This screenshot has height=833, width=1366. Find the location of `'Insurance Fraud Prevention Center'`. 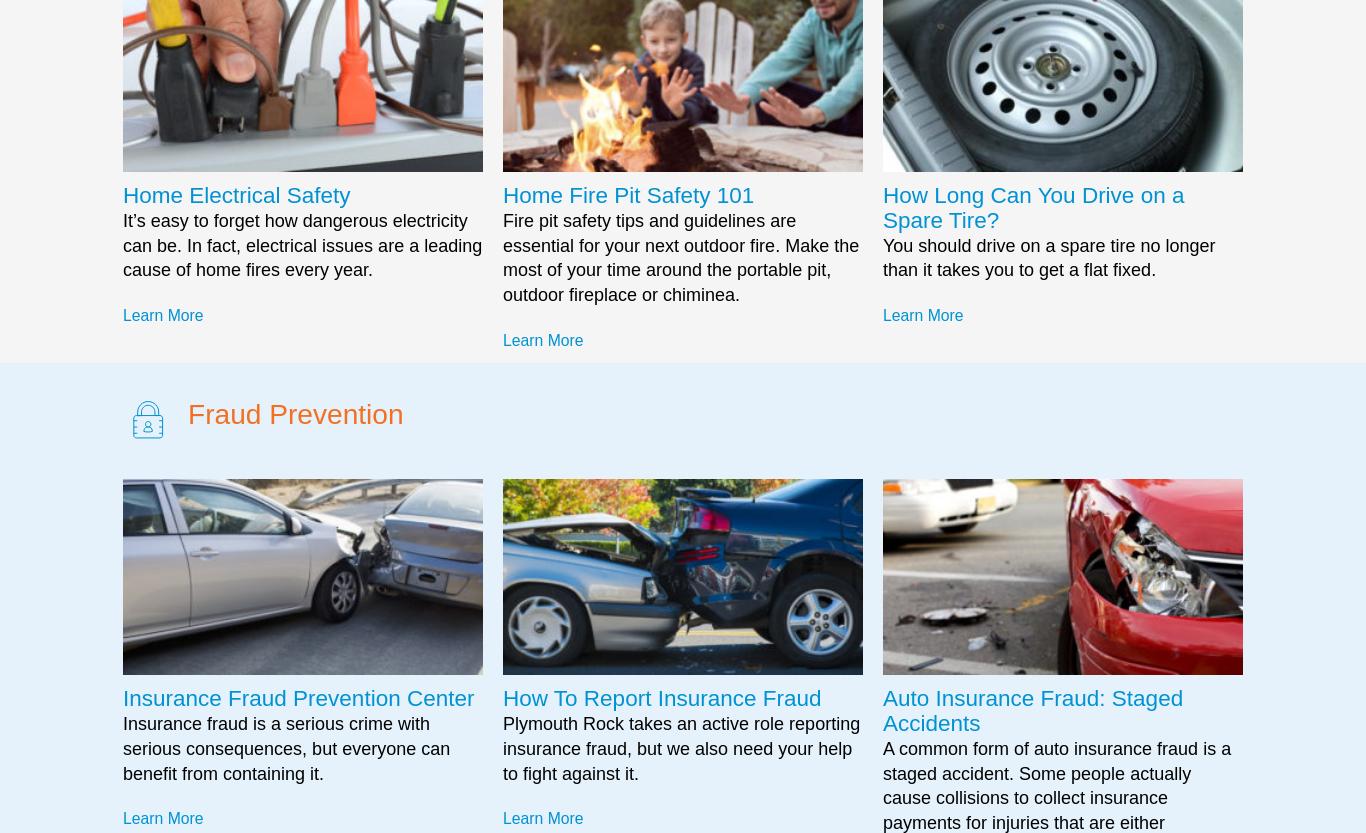

'Insurance Fraud Prevention Center' is located at coordinates (298, 697).